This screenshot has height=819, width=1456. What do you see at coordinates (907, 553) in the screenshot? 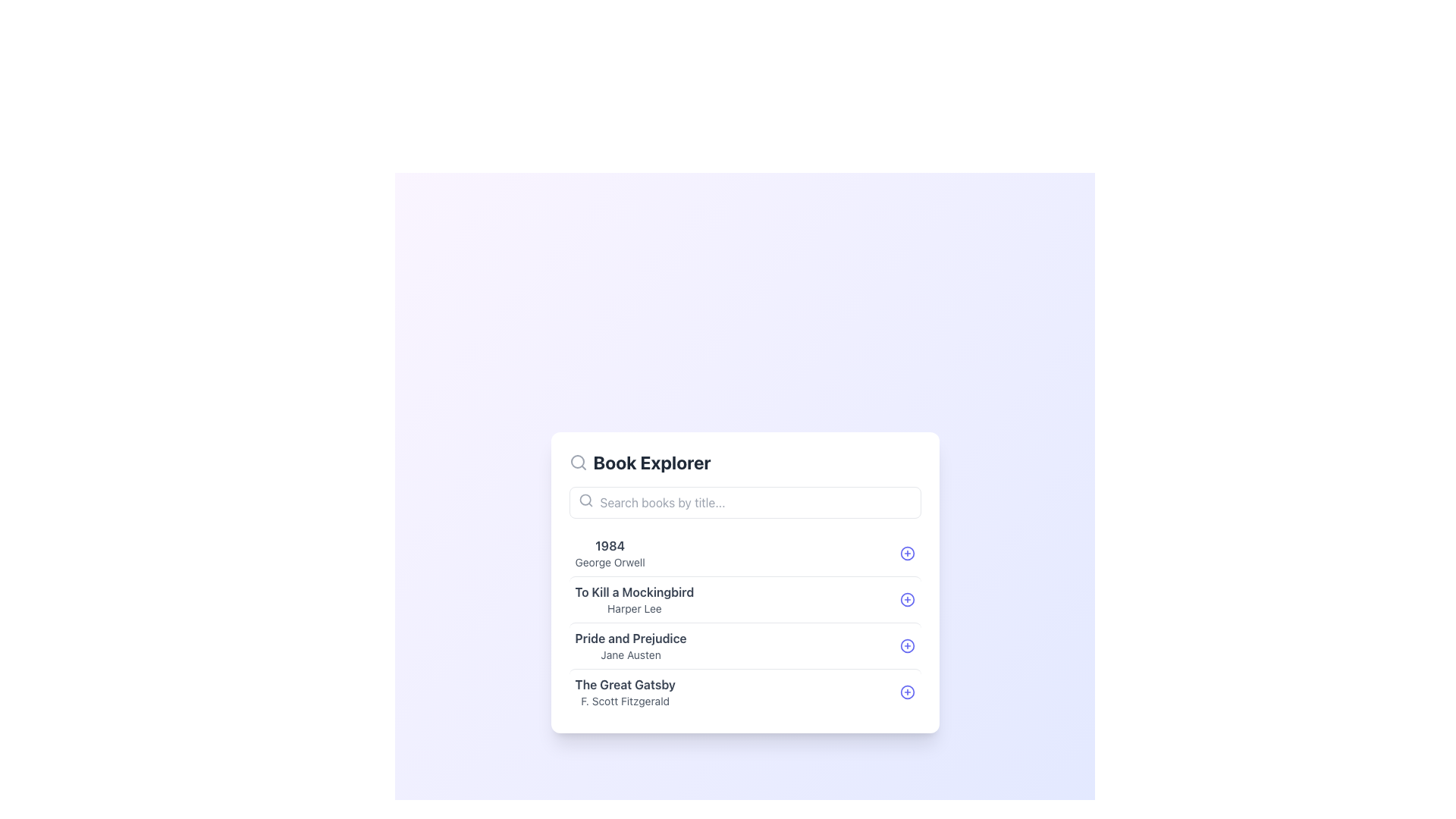
I see `the circular outline of the icon representing an action adjacent to the text '1984' in the book list` at bounding box center [907, 553].